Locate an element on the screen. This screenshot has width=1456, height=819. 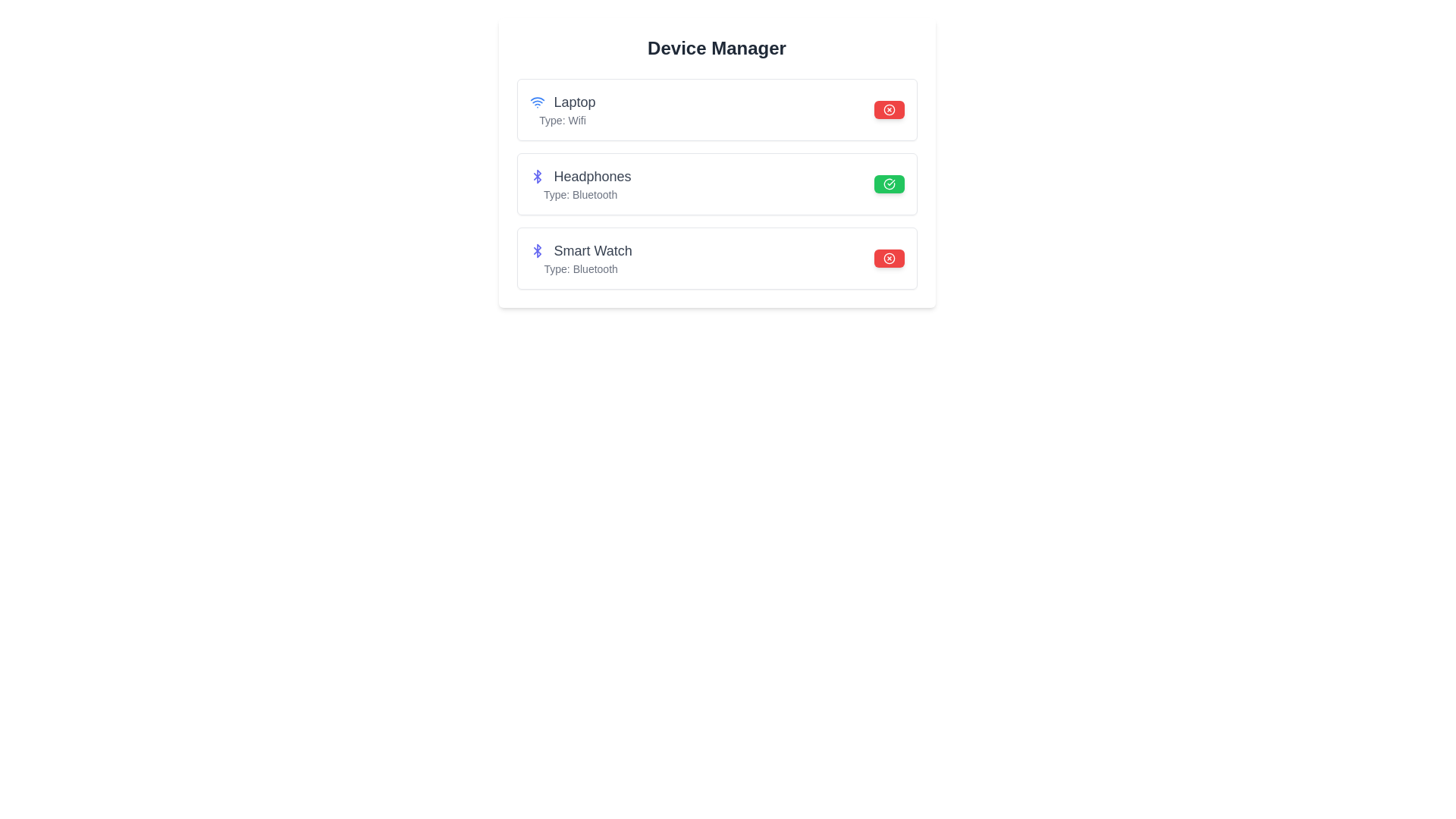
the informational text element that provides details about the 'Laptop' device with type 'Wifi', located in the topmost card of the 'Device Manager' section is located at coordinates (562, 109).